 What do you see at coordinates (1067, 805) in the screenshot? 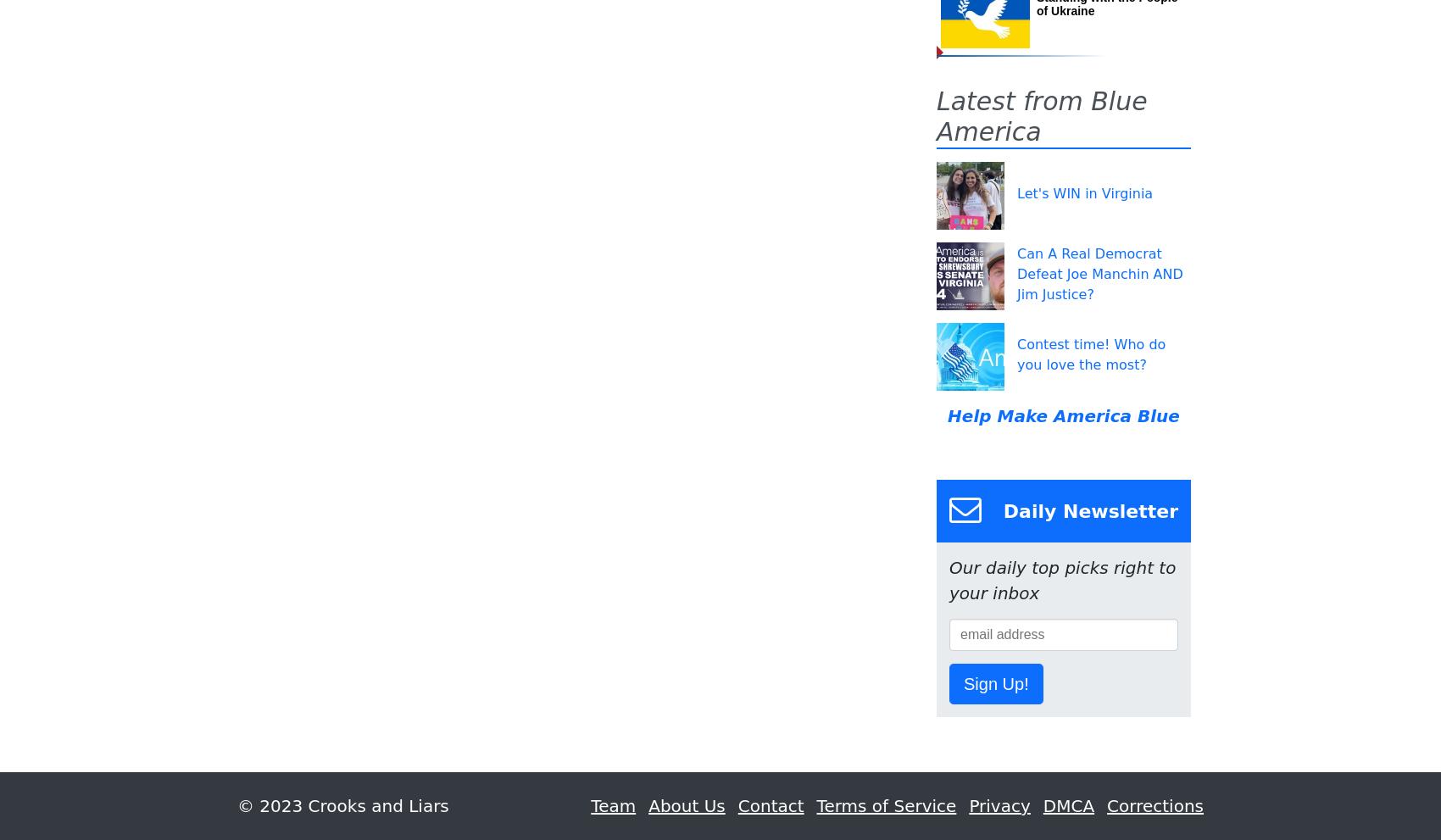
I see `'DMCA'` at bounding box center [1067, 805].